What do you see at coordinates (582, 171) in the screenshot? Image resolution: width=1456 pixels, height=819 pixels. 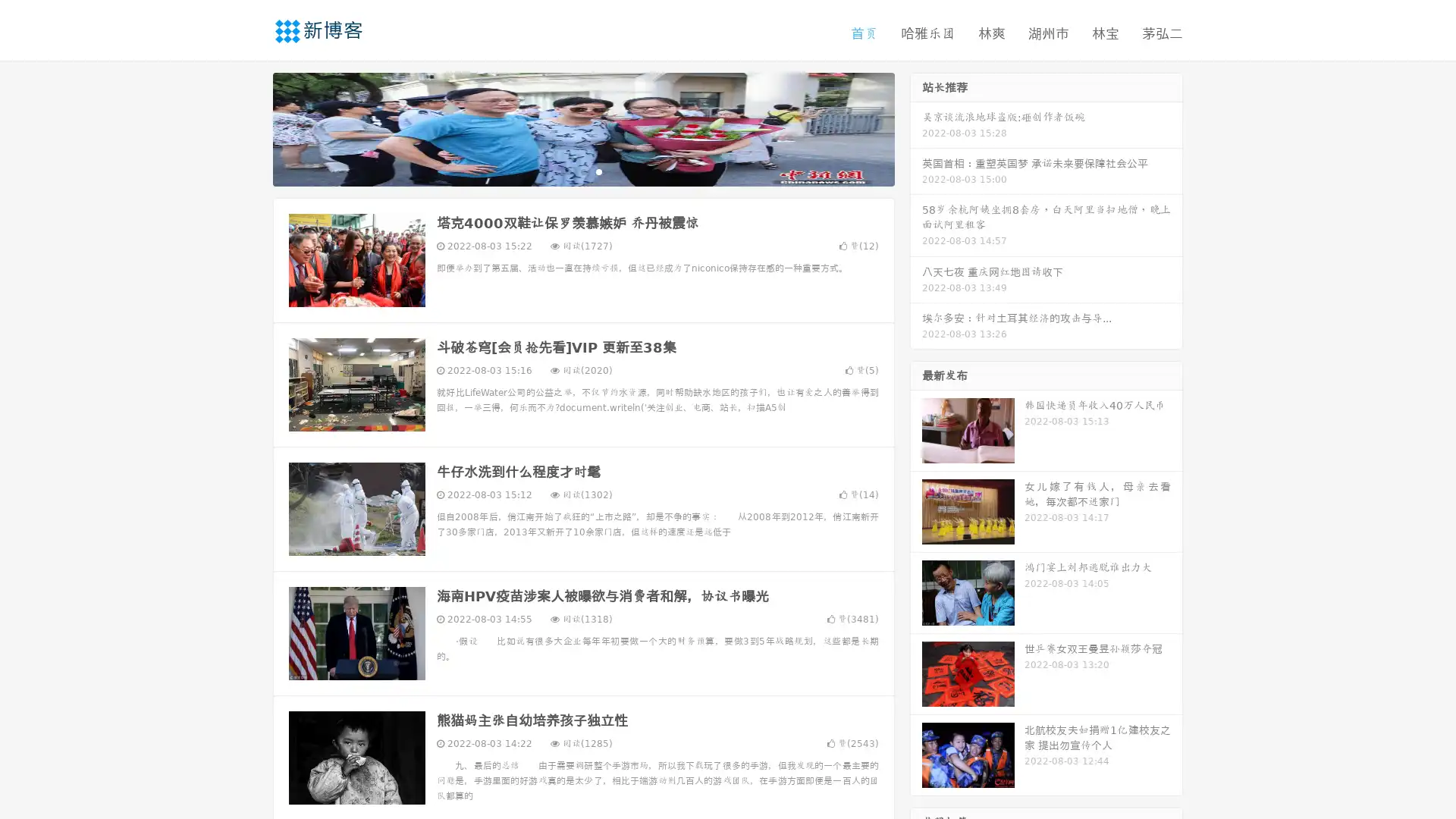 I see `Go to slide 2` at bounding box center [582, 171].